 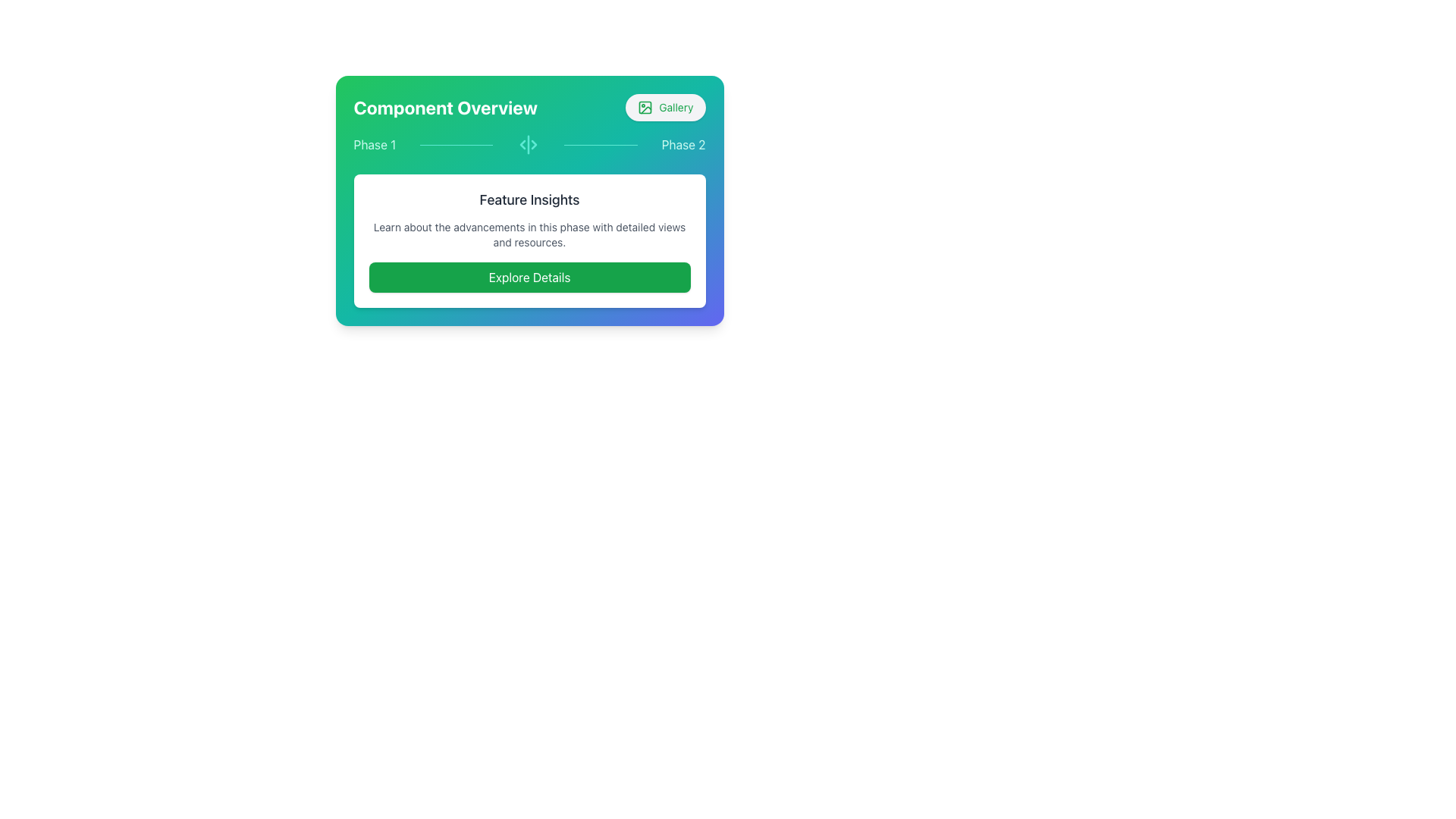 I want to click on the icon part of the button located in the top-right corner of the component's header bar, so click(x=645, y=107).